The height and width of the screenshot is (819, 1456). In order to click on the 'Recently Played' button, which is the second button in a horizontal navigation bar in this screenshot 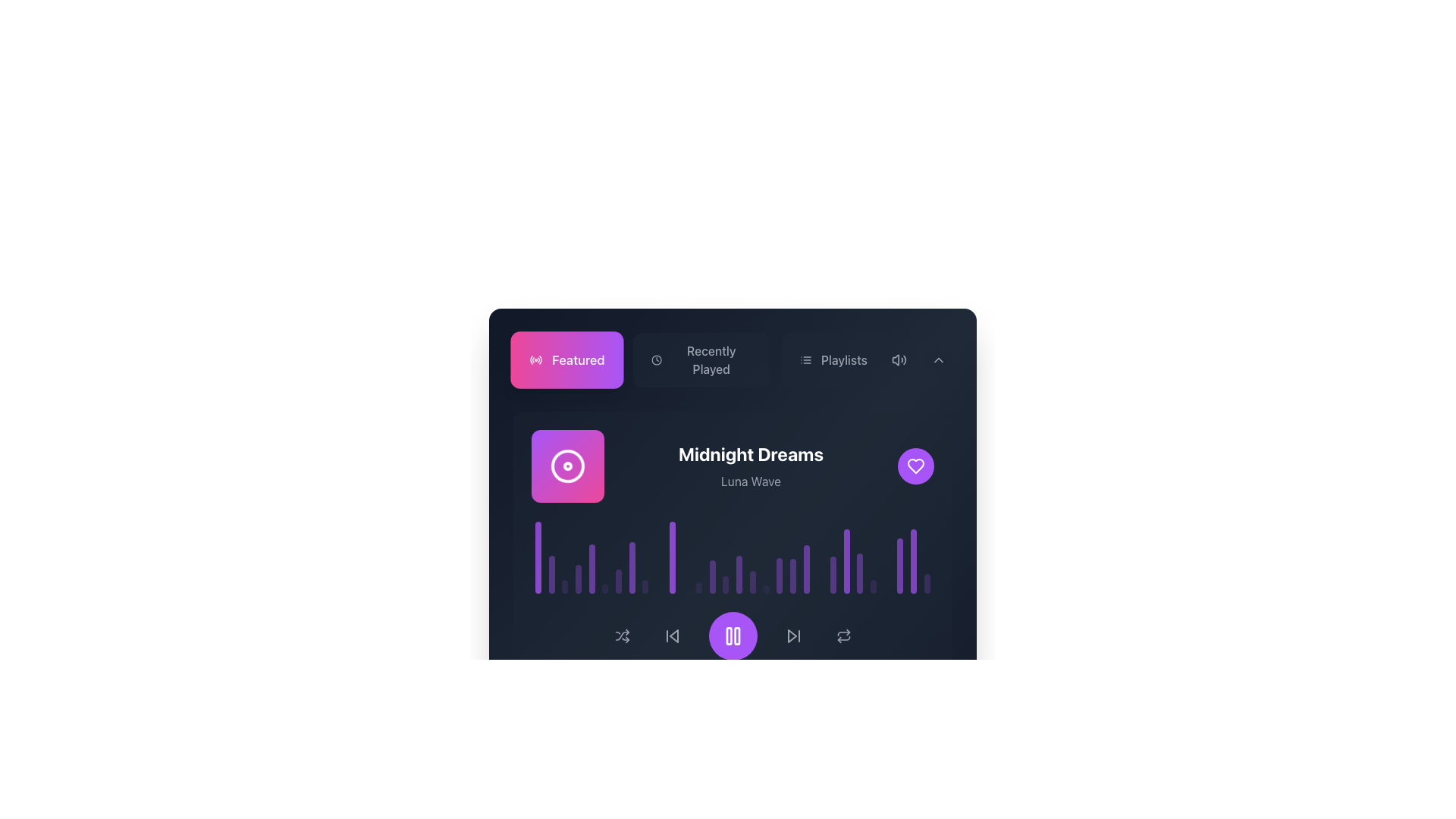, I will do `click(698, 359)`.